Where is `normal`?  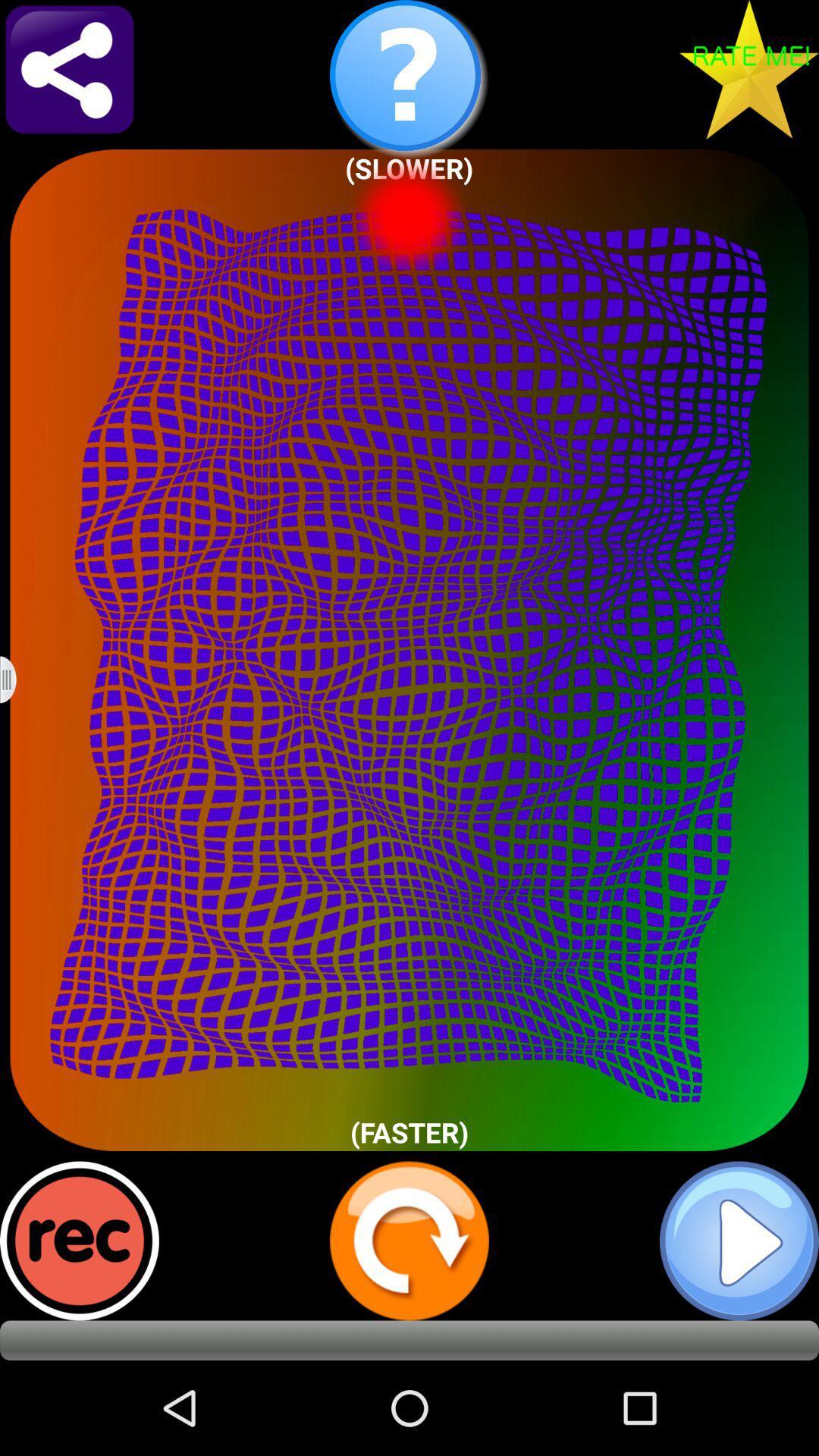 normal is located at coordinates (739, 1241).